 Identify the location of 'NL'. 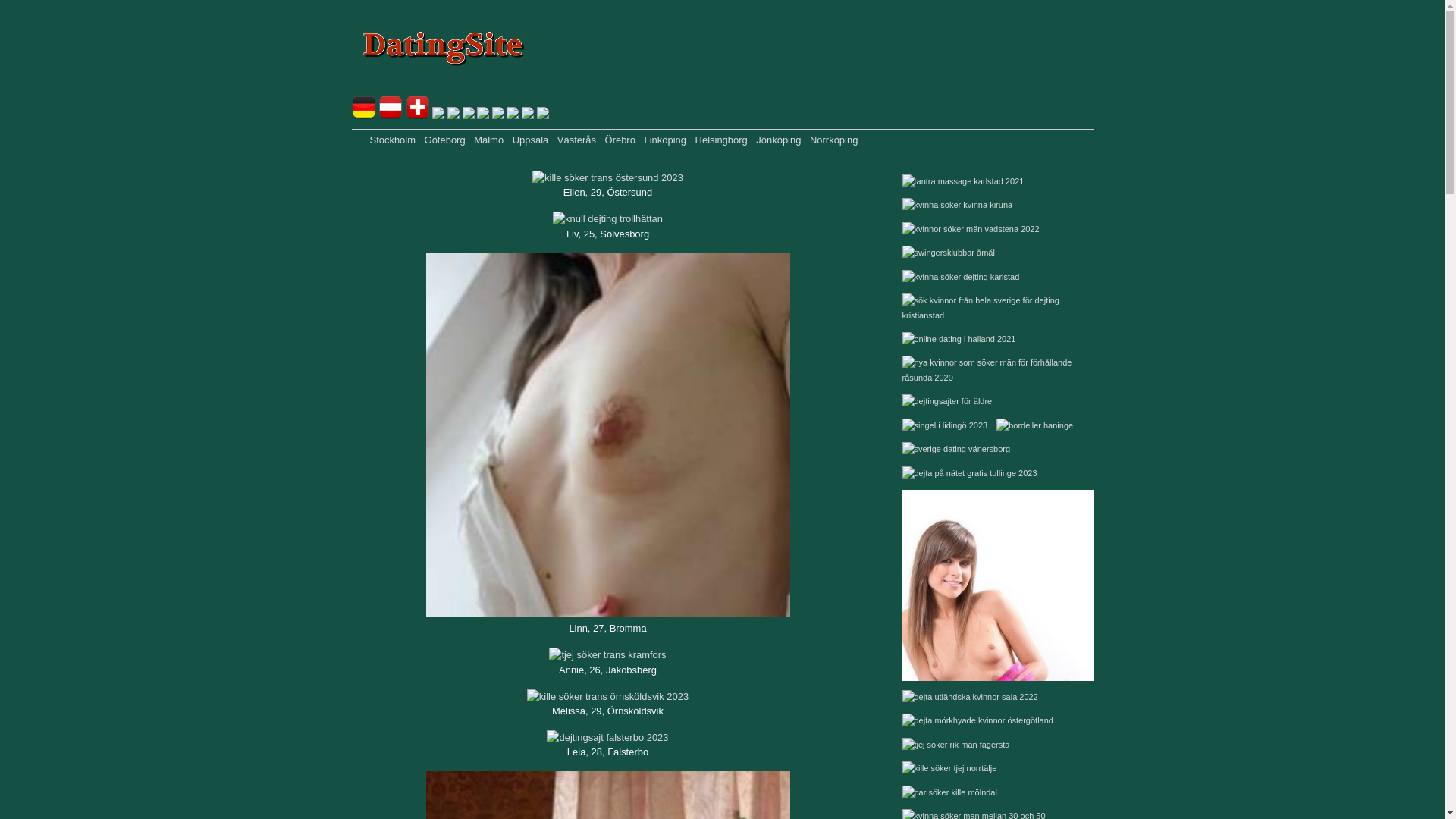
(453, 115).